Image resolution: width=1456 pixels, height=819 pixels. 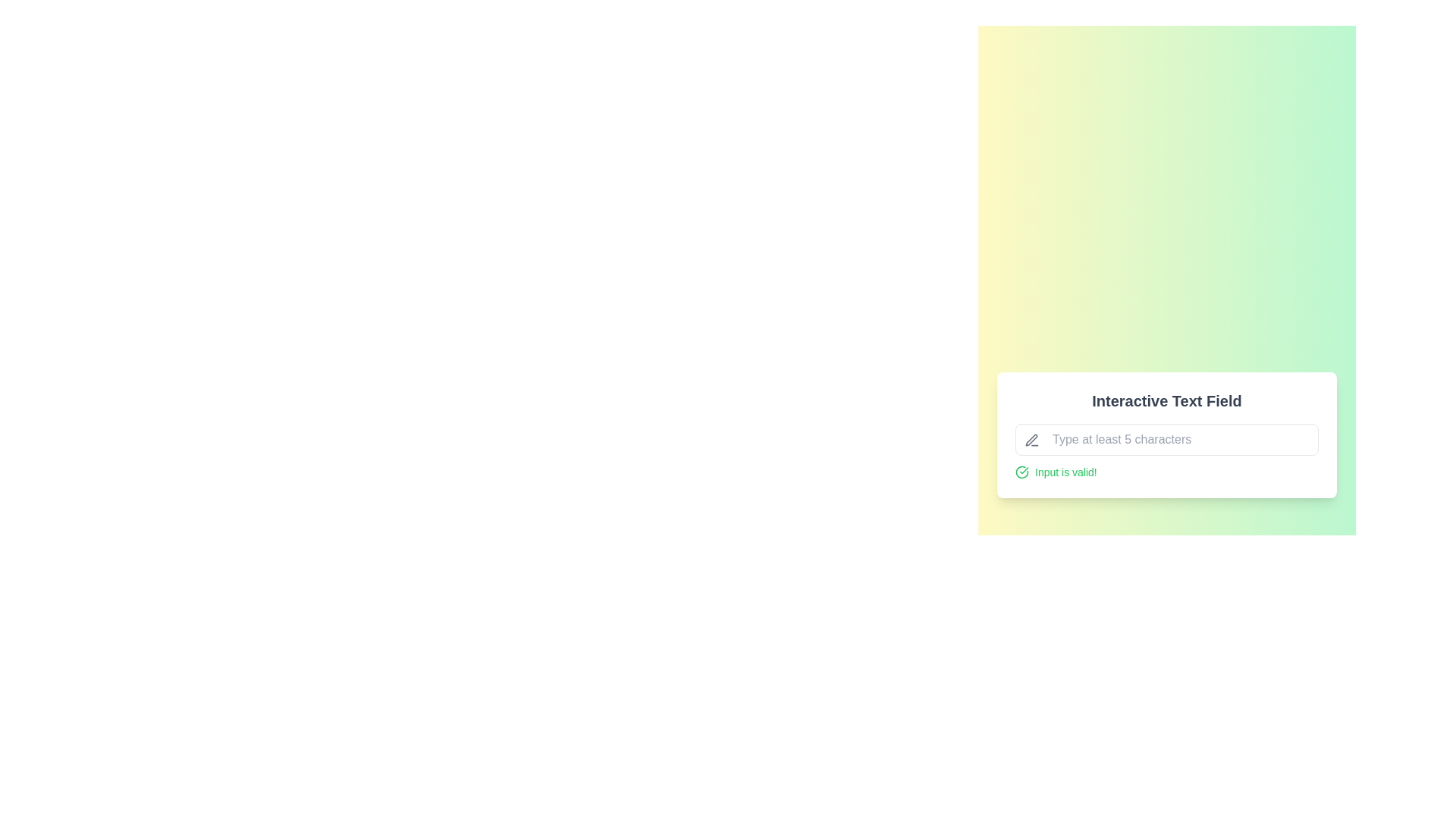 I want to click on the circular green checkmark icon next to the 'Input is valid!' message to understand the validation status, so click(x=1022, y=472).